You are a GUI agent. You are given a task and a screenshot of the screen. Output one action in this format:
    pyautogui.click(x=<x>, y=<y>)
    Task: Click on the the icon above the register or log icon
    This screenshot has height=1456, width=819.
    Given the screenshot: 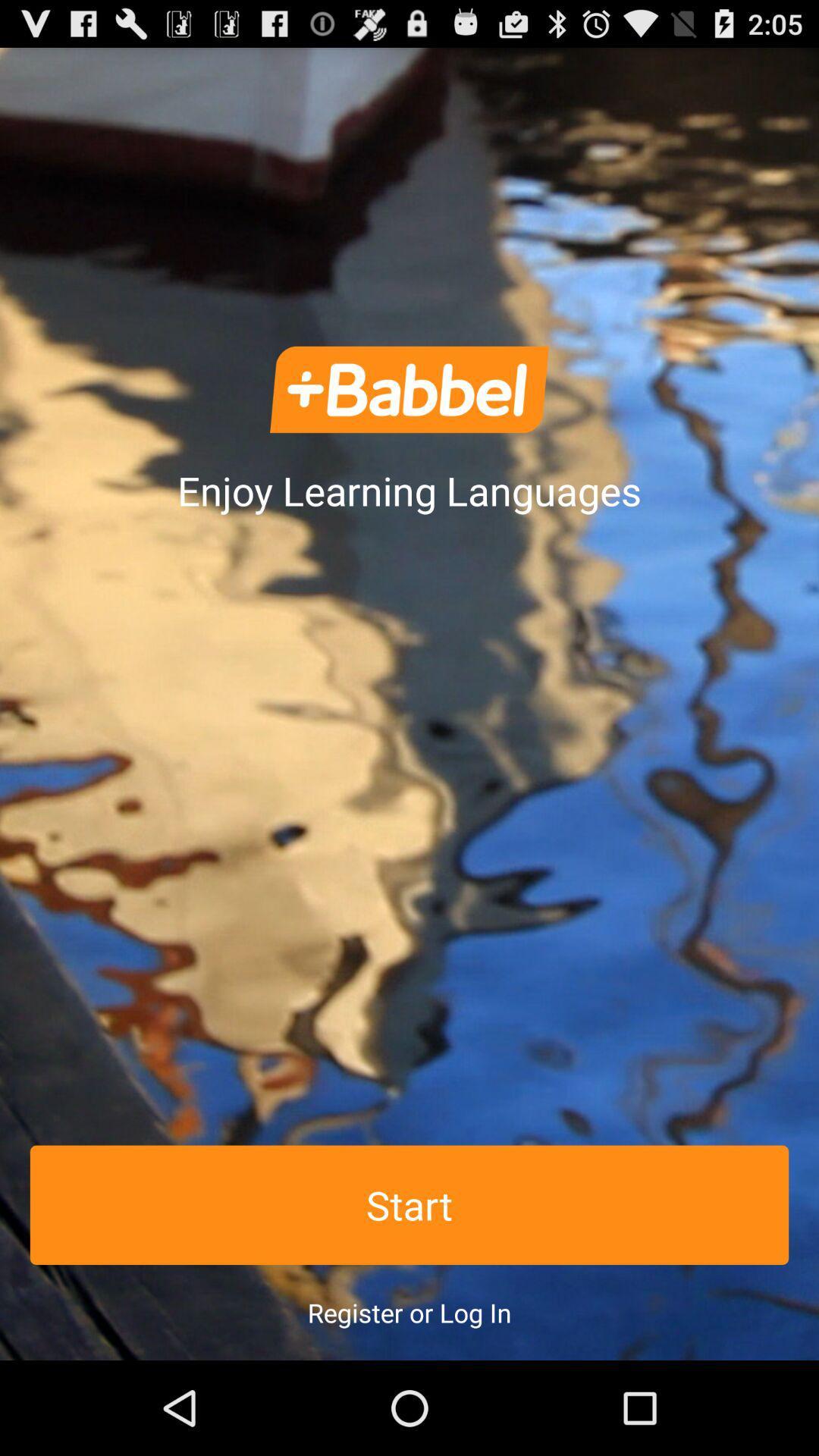 What is the action you would take?
    pyautogui.click(x=409, y=1204)
    